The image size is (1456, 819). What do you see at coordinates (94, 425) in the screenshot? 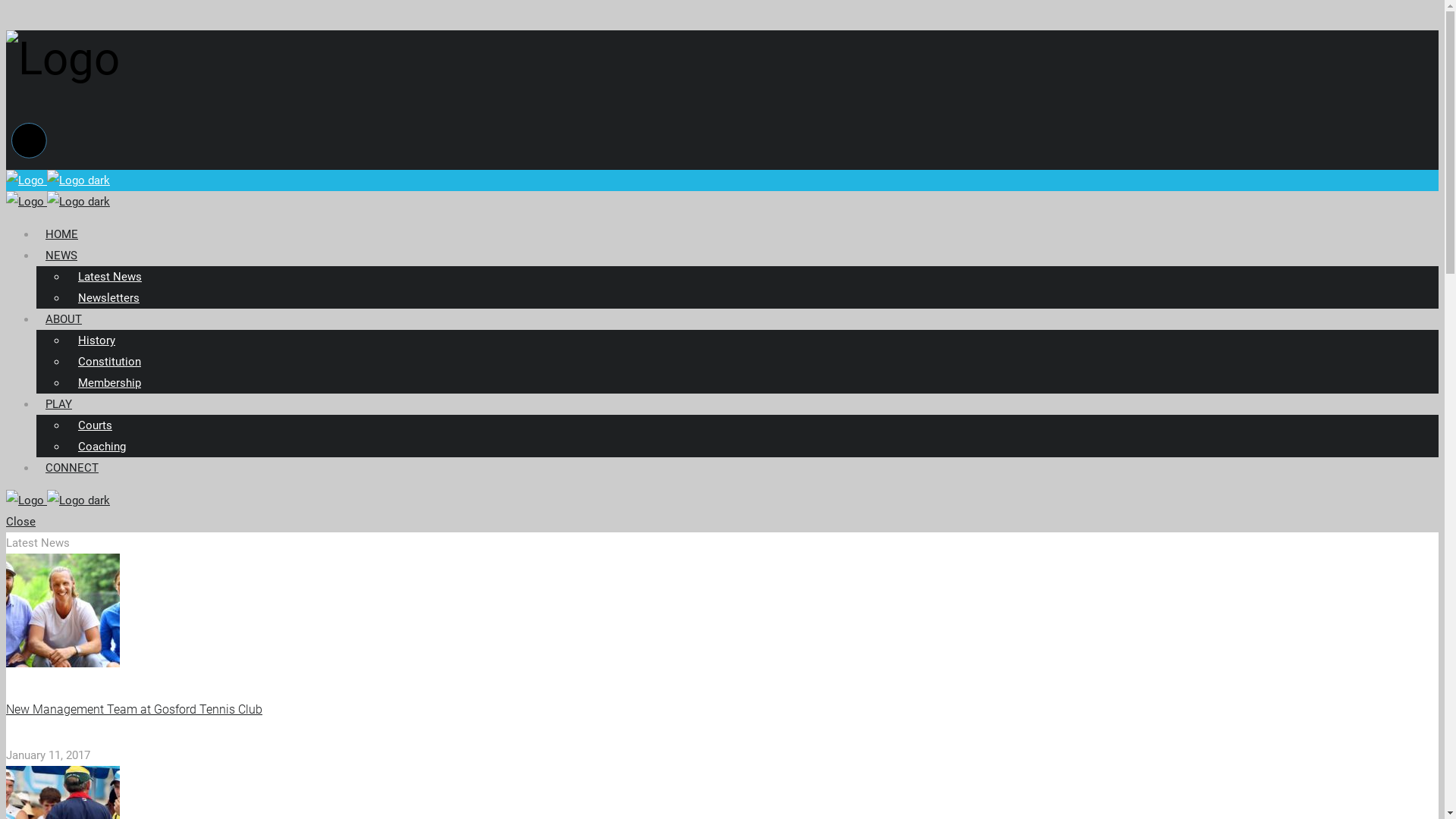
I see `'Courts'` at bounding box center [94, 425].